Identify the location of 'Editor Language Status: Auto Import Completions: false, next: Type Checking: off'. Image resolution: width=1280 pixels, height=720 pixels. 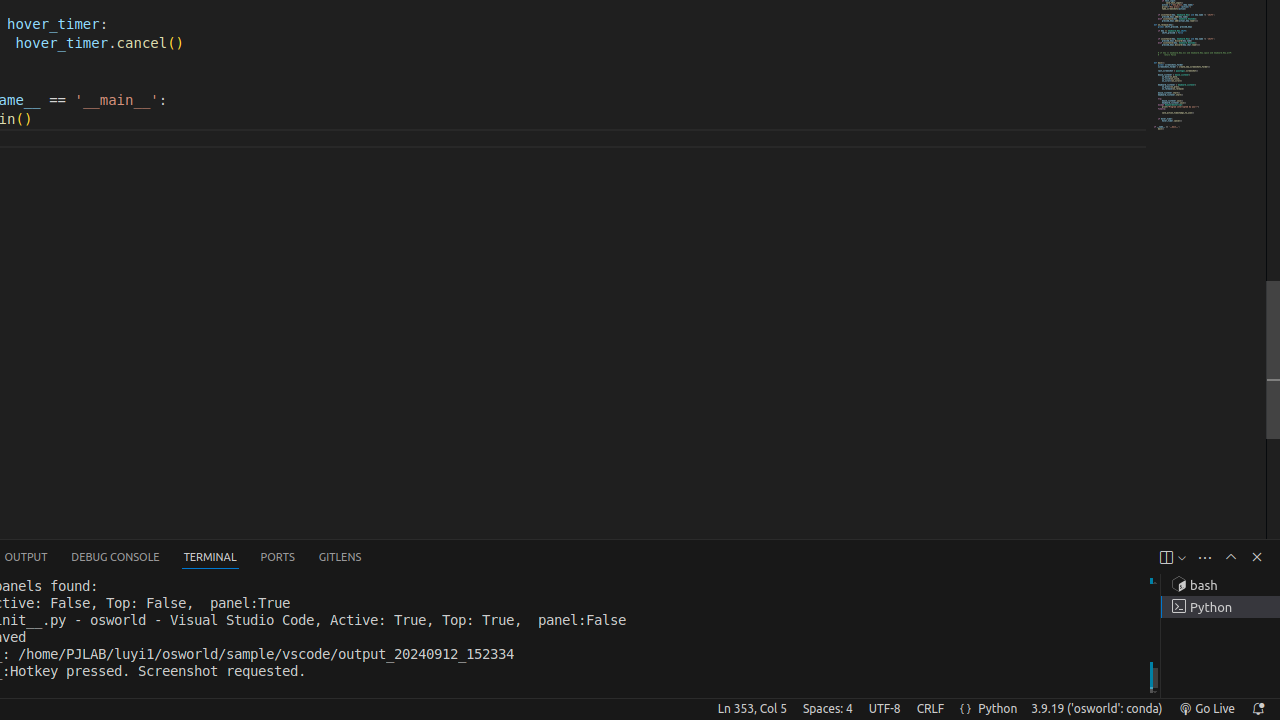
(965, 707).